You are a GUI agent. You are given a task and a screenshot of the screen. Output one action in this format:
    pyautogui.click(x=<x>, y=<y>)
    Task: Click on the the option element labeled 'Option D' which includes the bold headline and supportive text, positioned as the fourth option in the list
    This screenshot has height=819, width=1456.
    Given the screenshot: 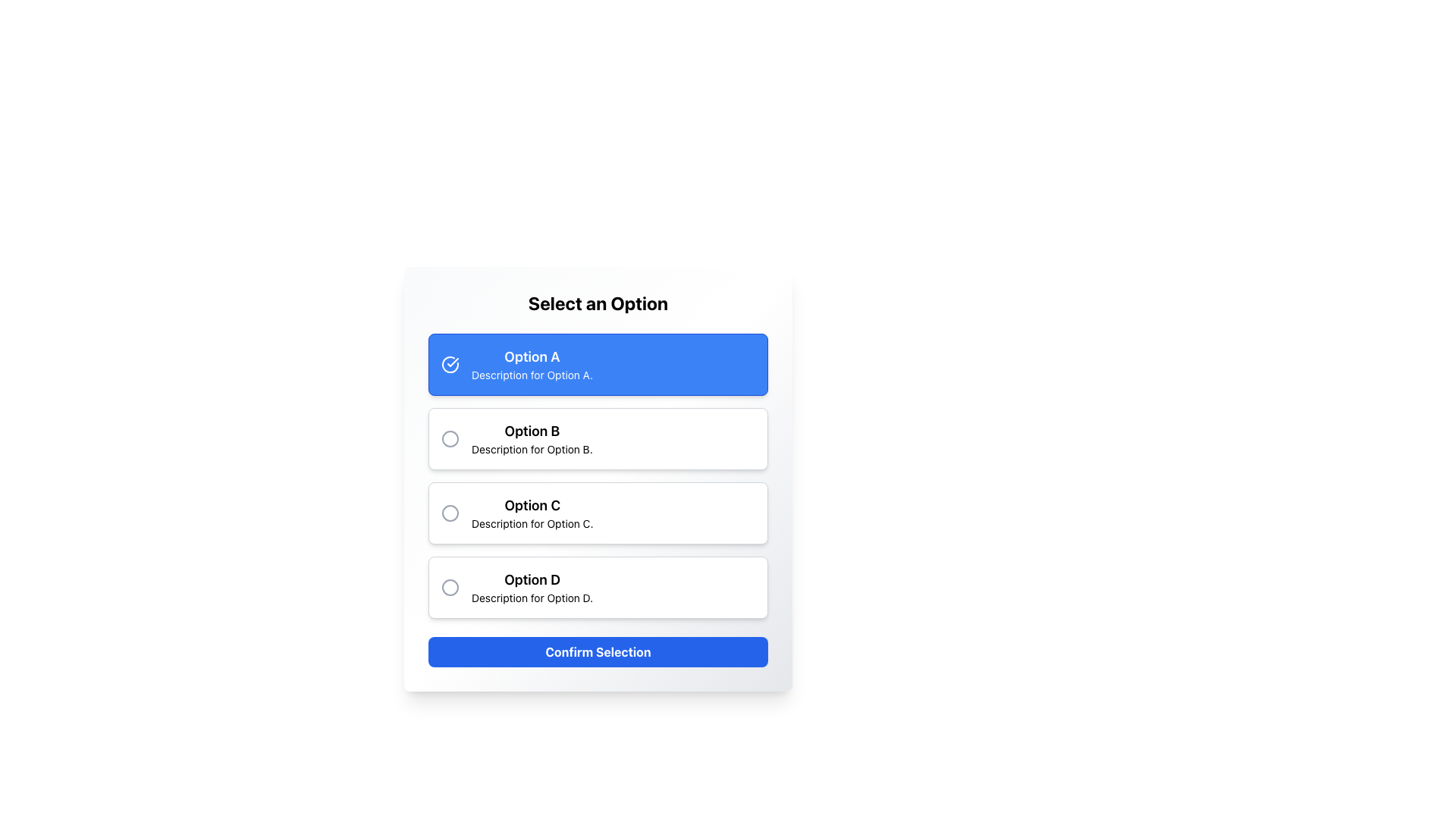 What is the action you would take?
    pyautogui.click(x=532, y=587)
    